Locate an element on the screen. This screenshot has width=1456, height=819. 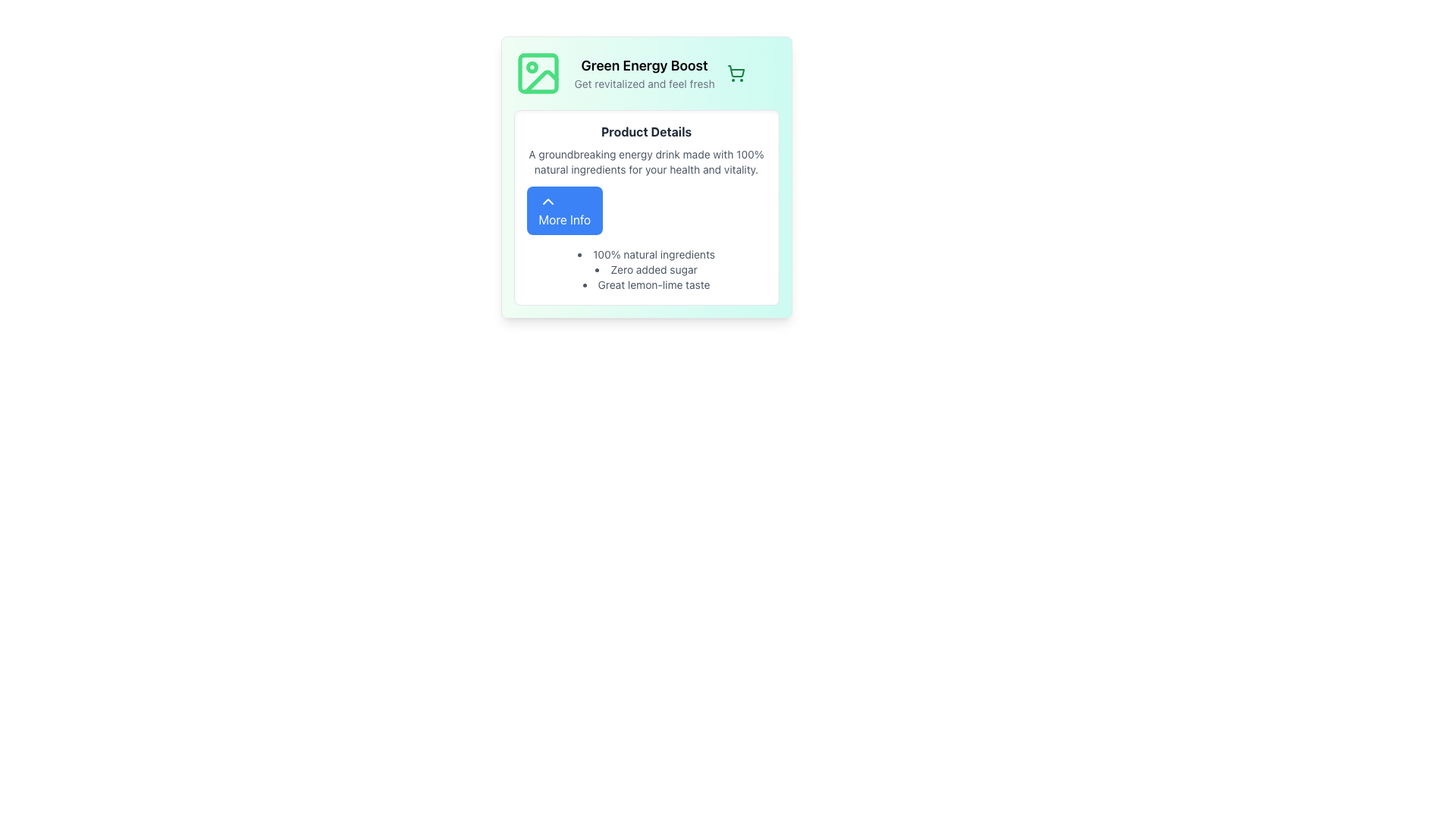
the chevron icon which indicates an expandable section above the 'More Info' button located in the middle of the card on the right side of the interface is located at coordinates (547, 201).